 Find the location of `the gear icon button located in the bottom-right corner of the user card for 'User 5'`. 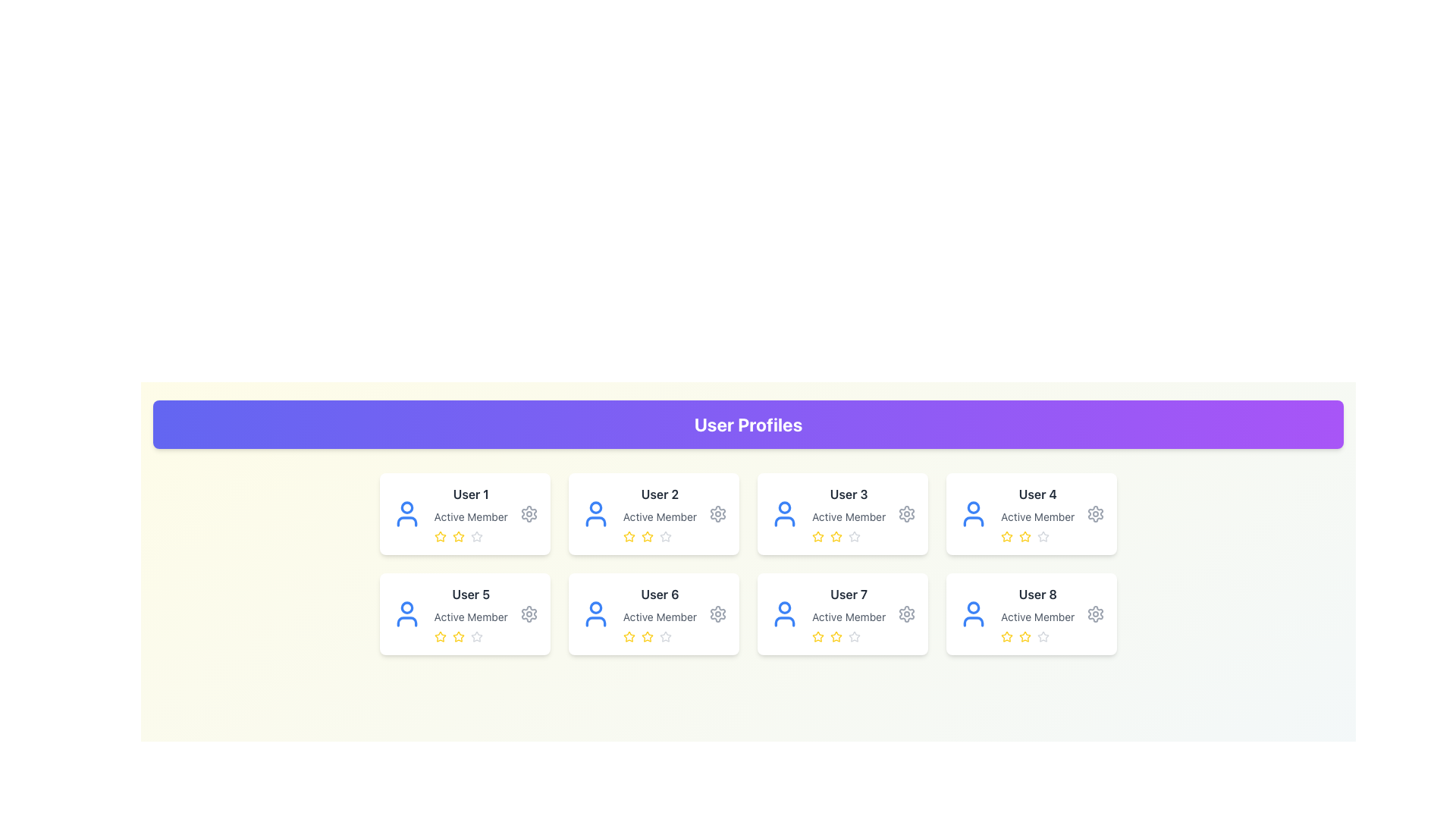

the gear icon button located in the bottom-right corner of the user card for 'User 5' is located at coordinates (529, 614).